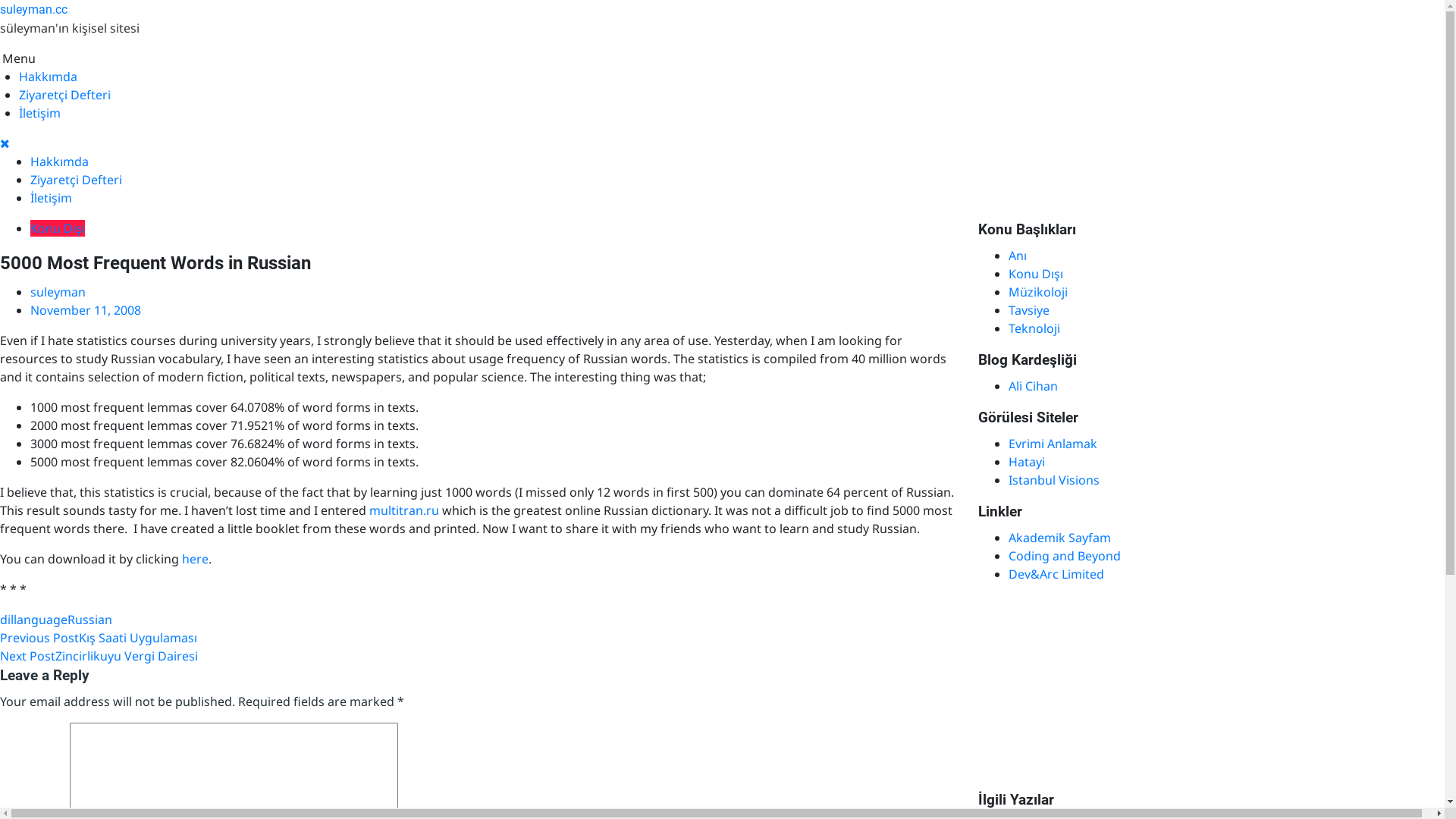  I want to click on 'multitran.ru', so click(403, 510).